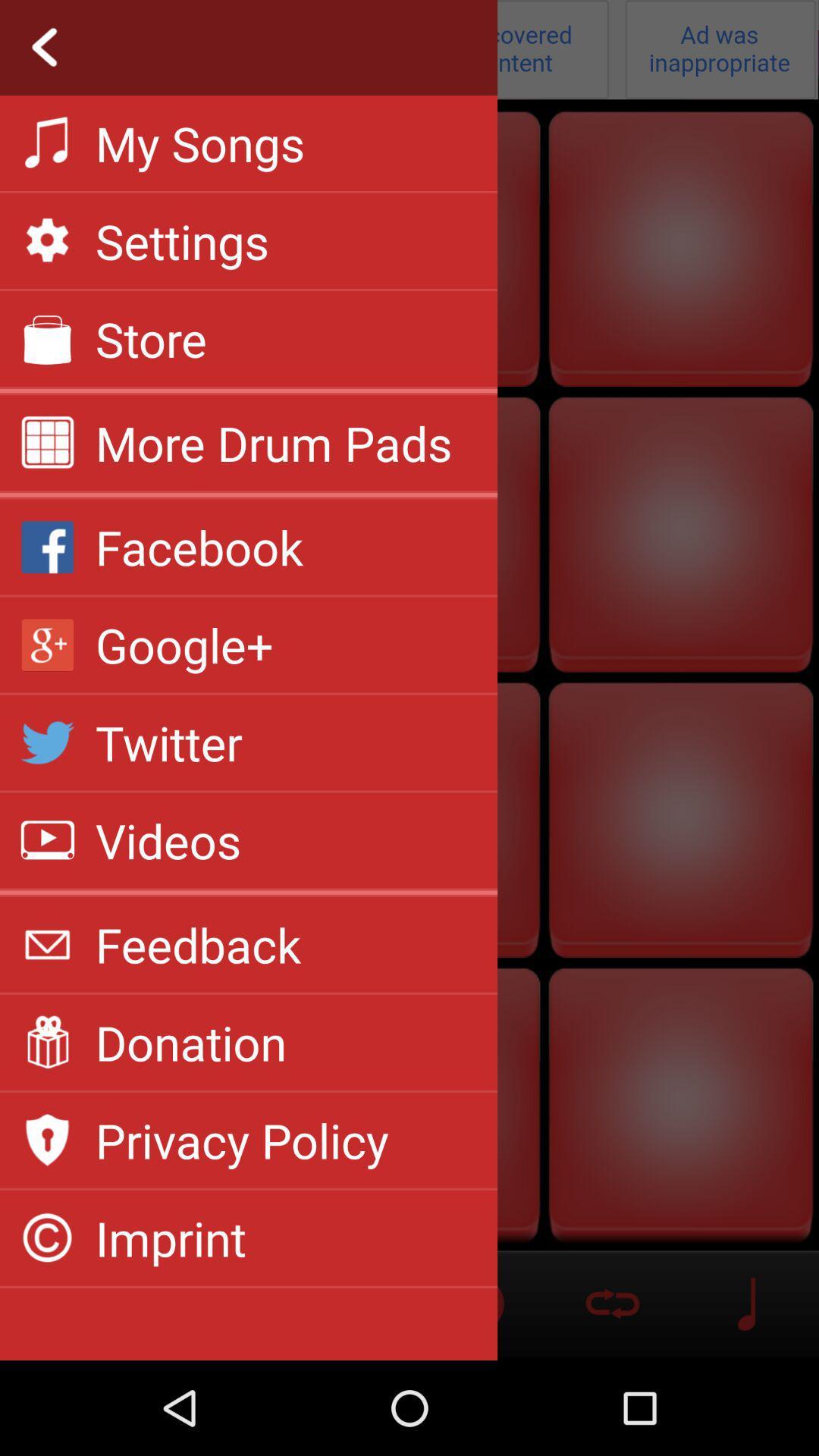 The image size is (819, 1456). Describe the element at coordinates (248, 893) in the screenshot. I see `the app above feedback app` at that location.